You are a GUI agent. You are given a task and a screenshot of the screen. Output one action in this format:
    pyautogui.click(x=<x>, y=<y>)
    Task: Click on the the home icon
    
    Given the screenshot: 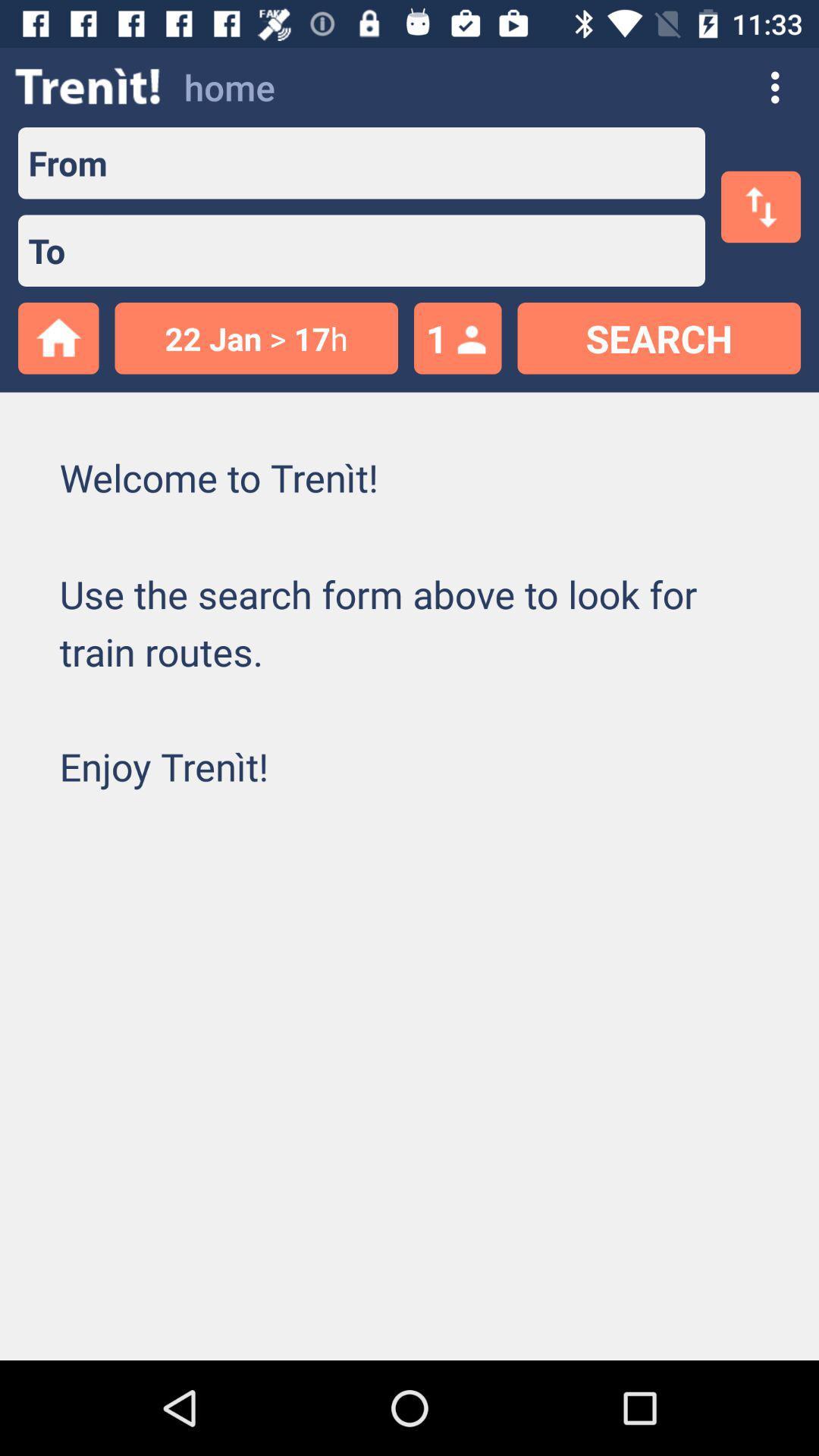 What is the action you would take?
    pyautogui.click(x=58, y=337)
    